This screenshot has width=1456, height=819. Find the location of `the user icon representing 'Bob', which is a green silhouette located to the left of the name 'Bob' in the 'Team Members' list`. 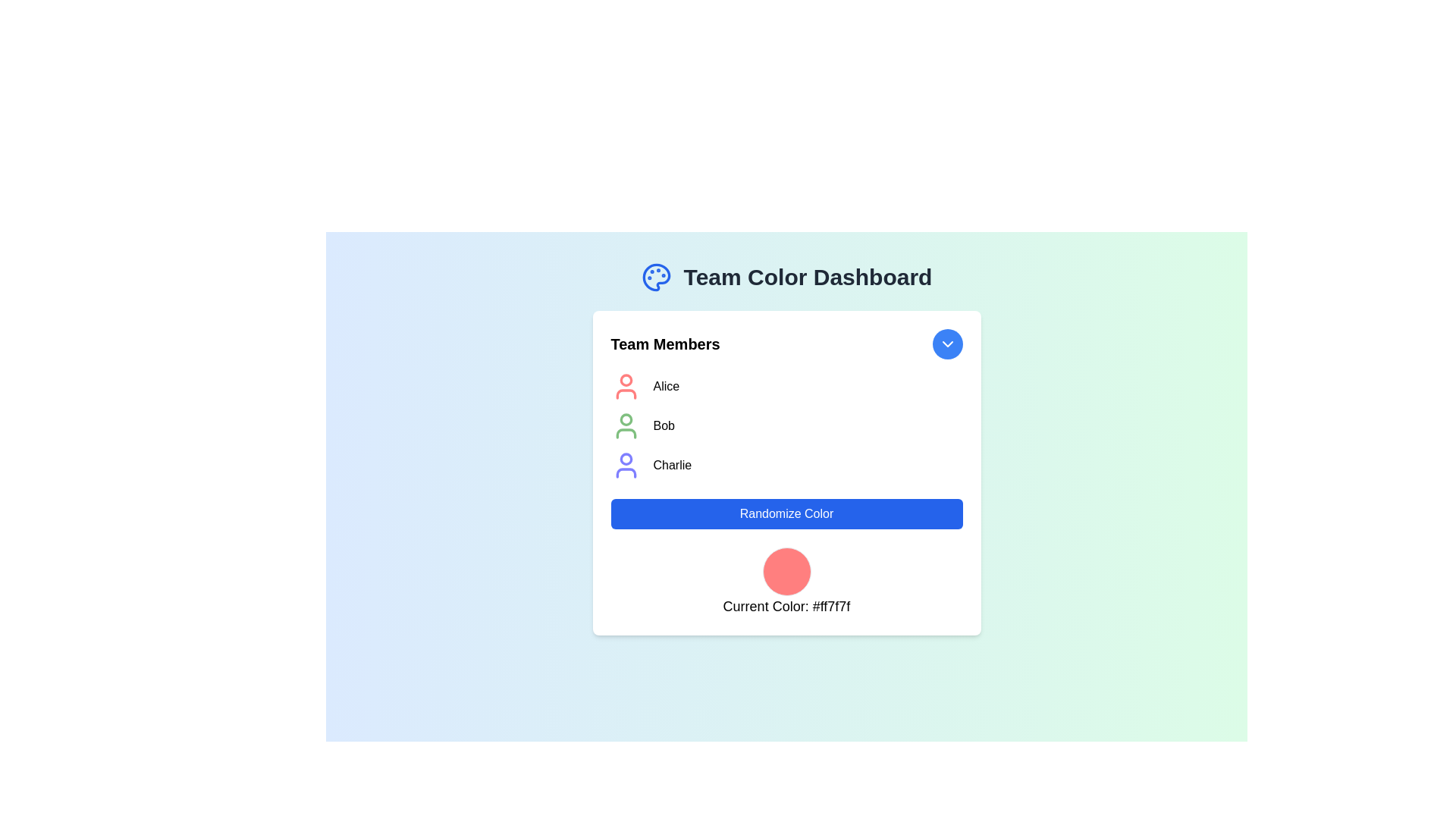

the user icon representing 'Bob', which is a green silhouette located to the left of the name 'Bob' in the 'Team Members' list is located at coordinates (626, 426).